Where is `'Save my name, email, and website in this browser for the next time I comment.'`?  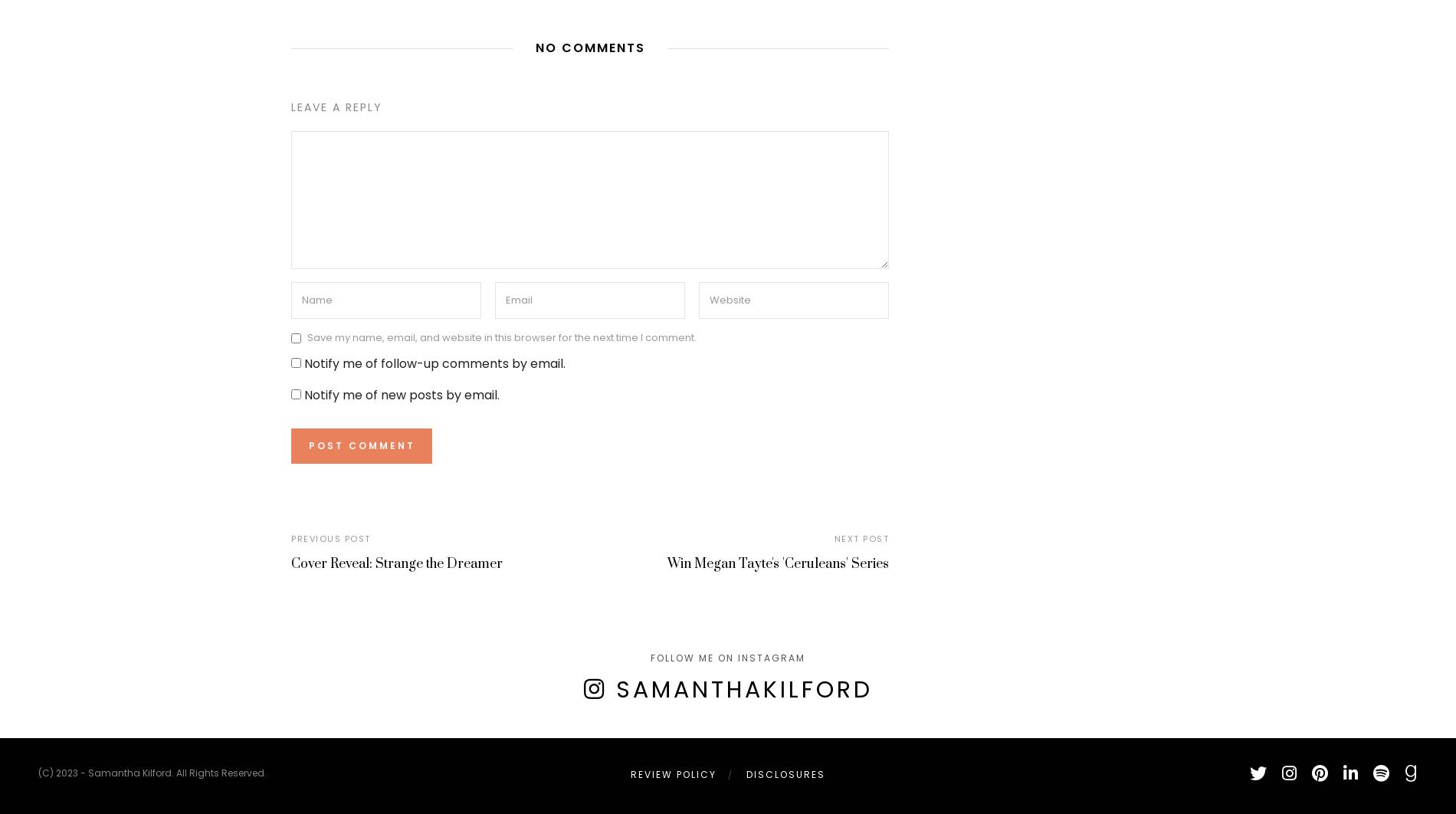 'Save my name, email, and website in this browser for the next time I comment.' is located at coordinates (501, 336).